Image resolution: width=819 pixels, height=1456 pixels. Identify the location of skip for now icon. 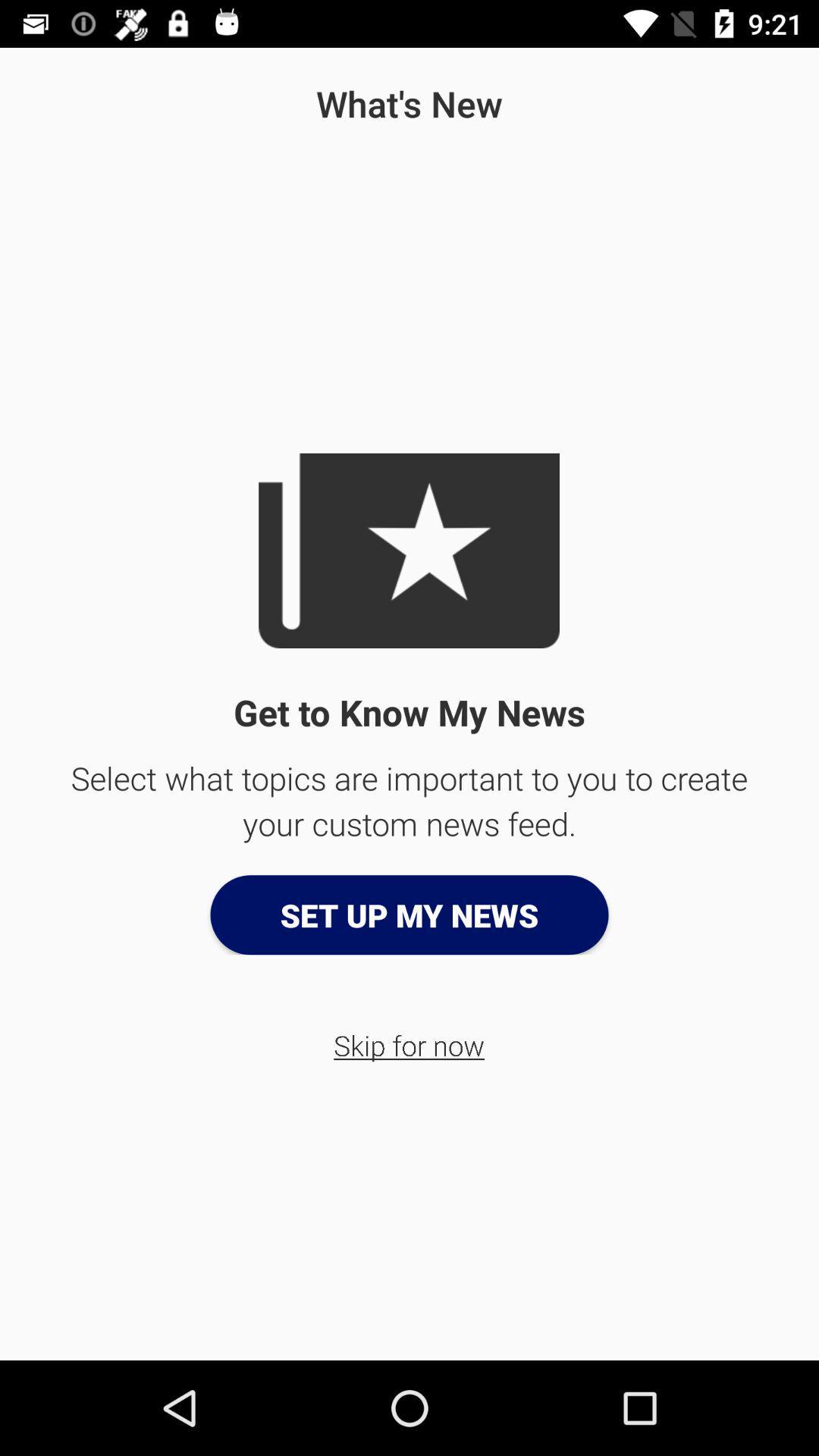
(408, 1044).